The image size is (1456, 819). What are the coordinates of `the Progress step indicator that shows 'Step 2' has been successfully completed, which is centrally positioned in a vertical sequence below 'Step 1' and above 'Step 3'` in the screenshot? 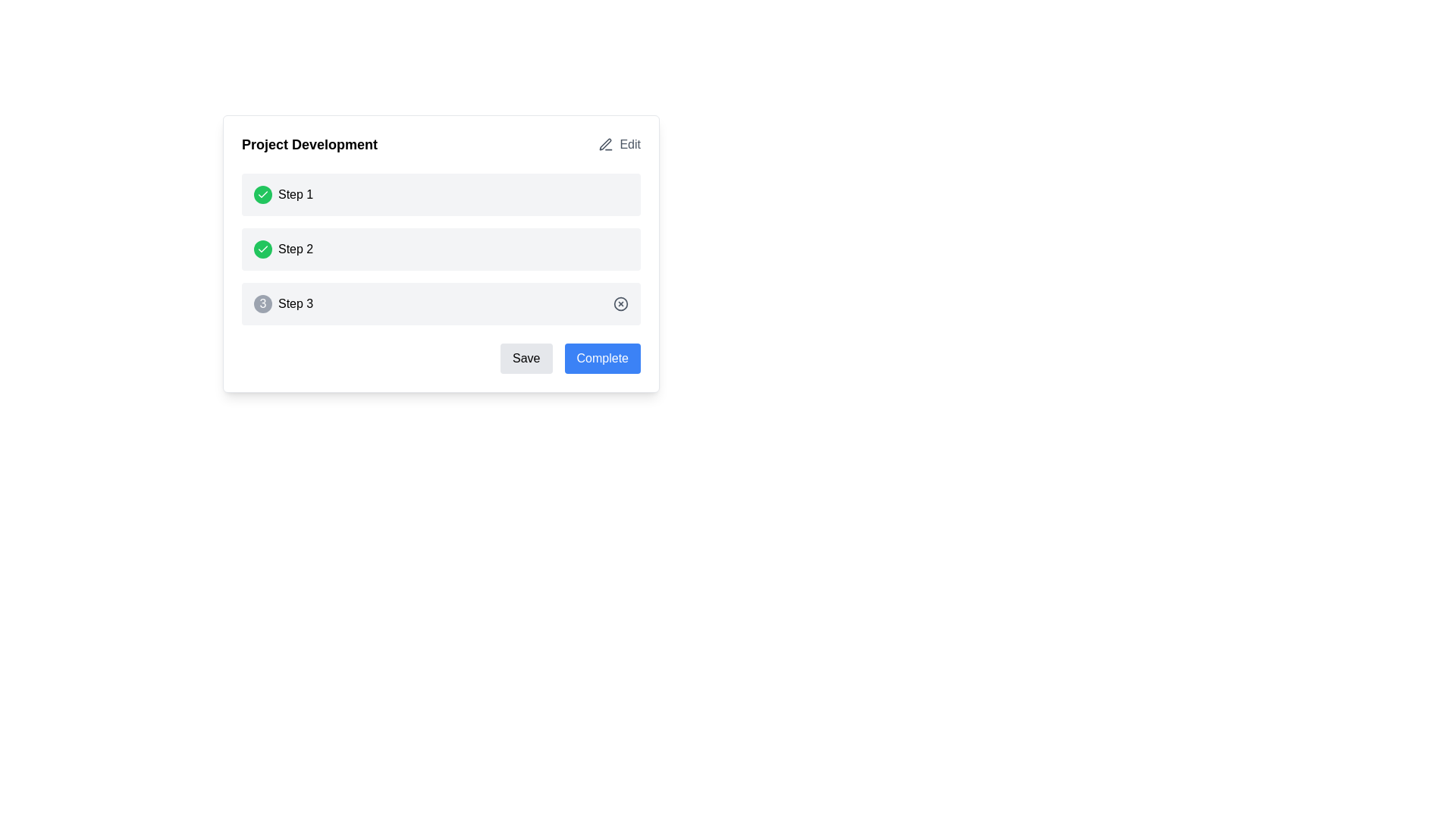 It's located at (440, 248).